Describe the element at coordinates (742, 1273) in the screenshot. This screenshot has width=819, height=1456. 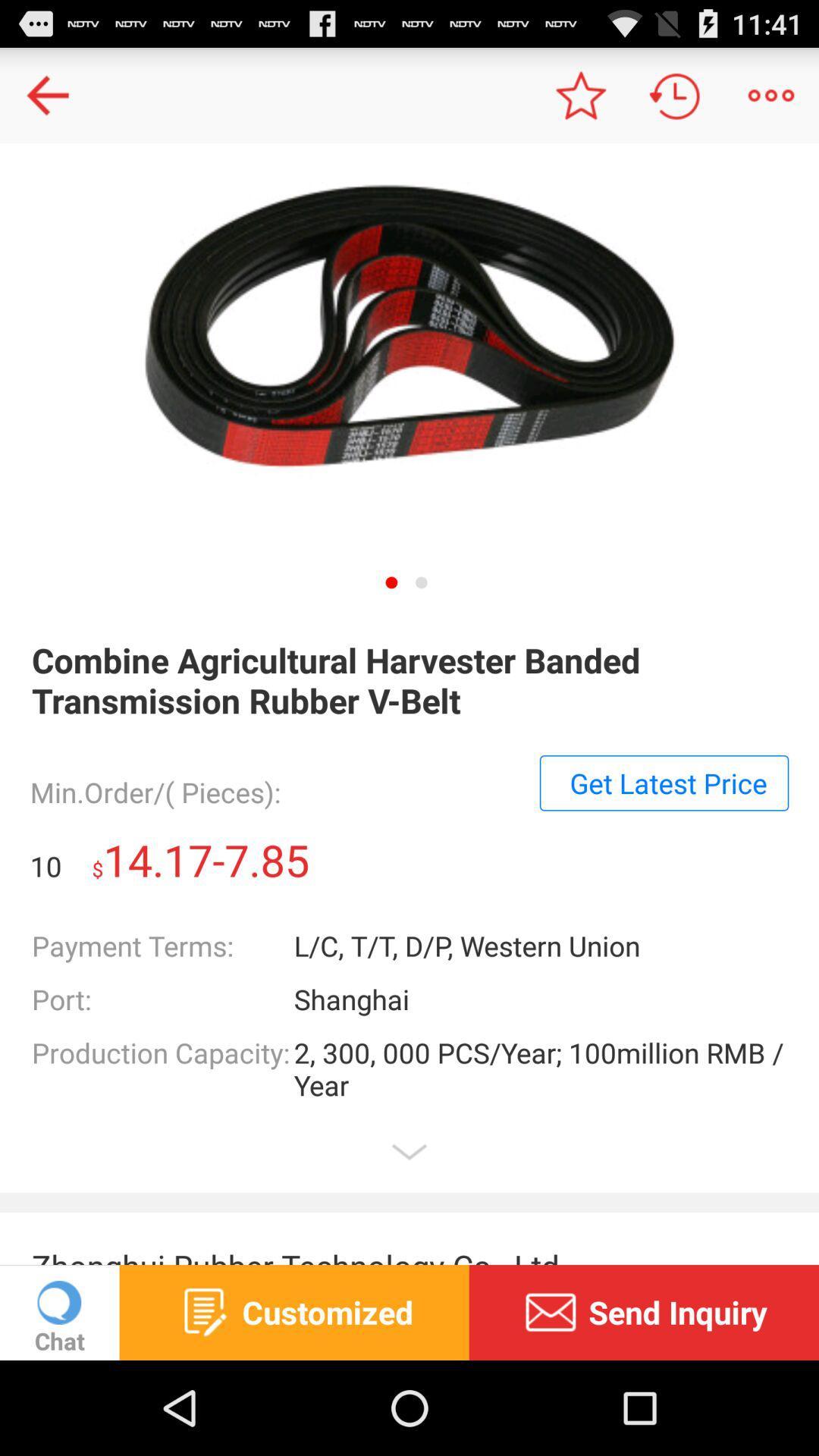
I see `the minus icon` at that location.